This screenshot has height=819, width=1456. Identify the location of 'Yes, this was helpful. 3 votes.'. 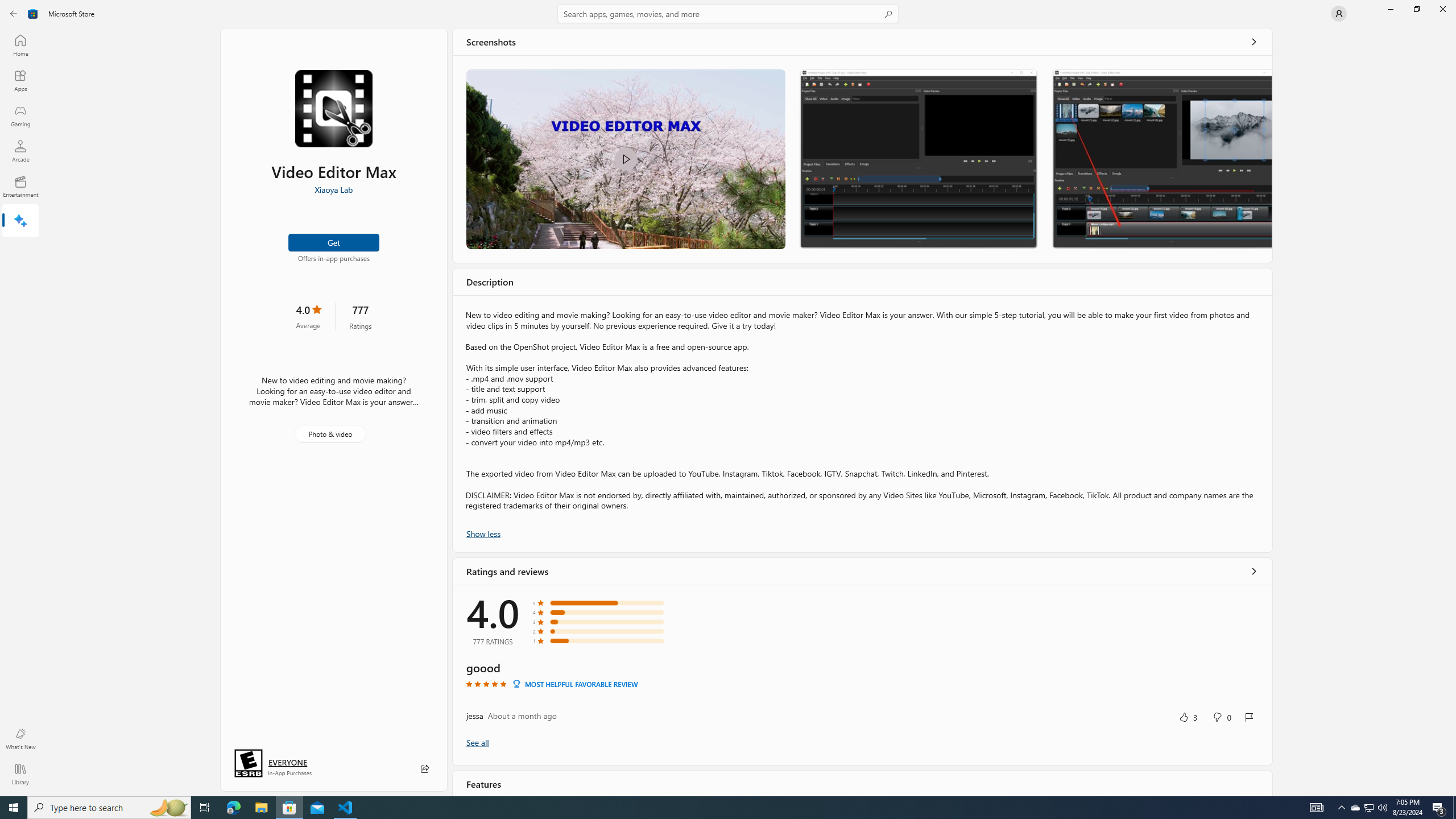
(1187, 717).